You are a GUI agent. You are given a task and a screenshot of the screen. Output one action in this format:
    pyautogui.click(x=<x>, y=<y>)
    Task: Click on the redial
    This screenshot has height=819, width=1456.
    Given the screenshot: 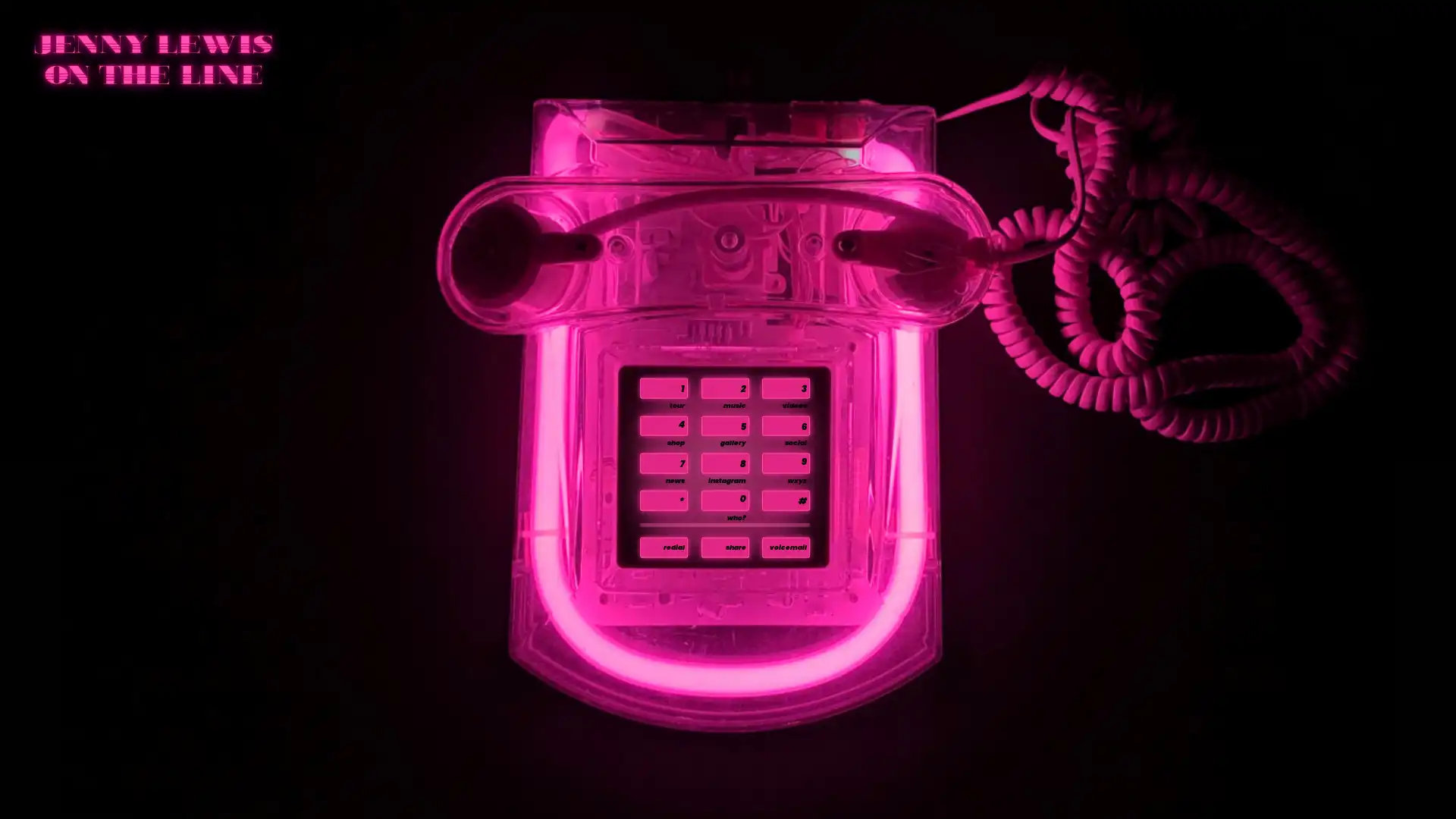 What is the action you would take?
    pyautogui.click(x=664, y=547)
    